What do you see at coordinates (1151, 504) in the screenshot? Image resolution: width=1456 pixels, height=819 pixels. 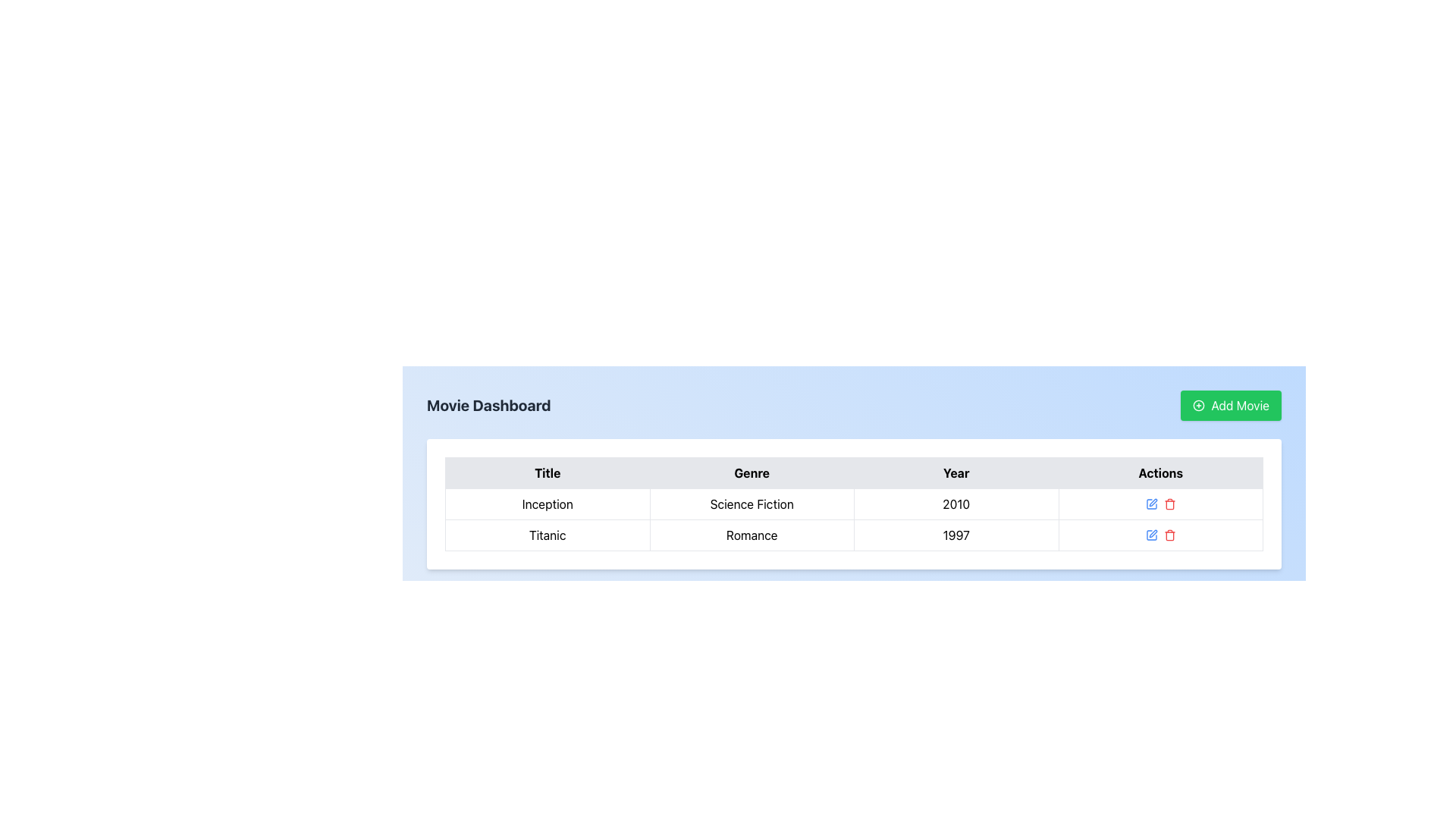 I see `the small blue pen icon button in the 'Actions' column of the second row of the data table` at bounding box center [1151, 504].